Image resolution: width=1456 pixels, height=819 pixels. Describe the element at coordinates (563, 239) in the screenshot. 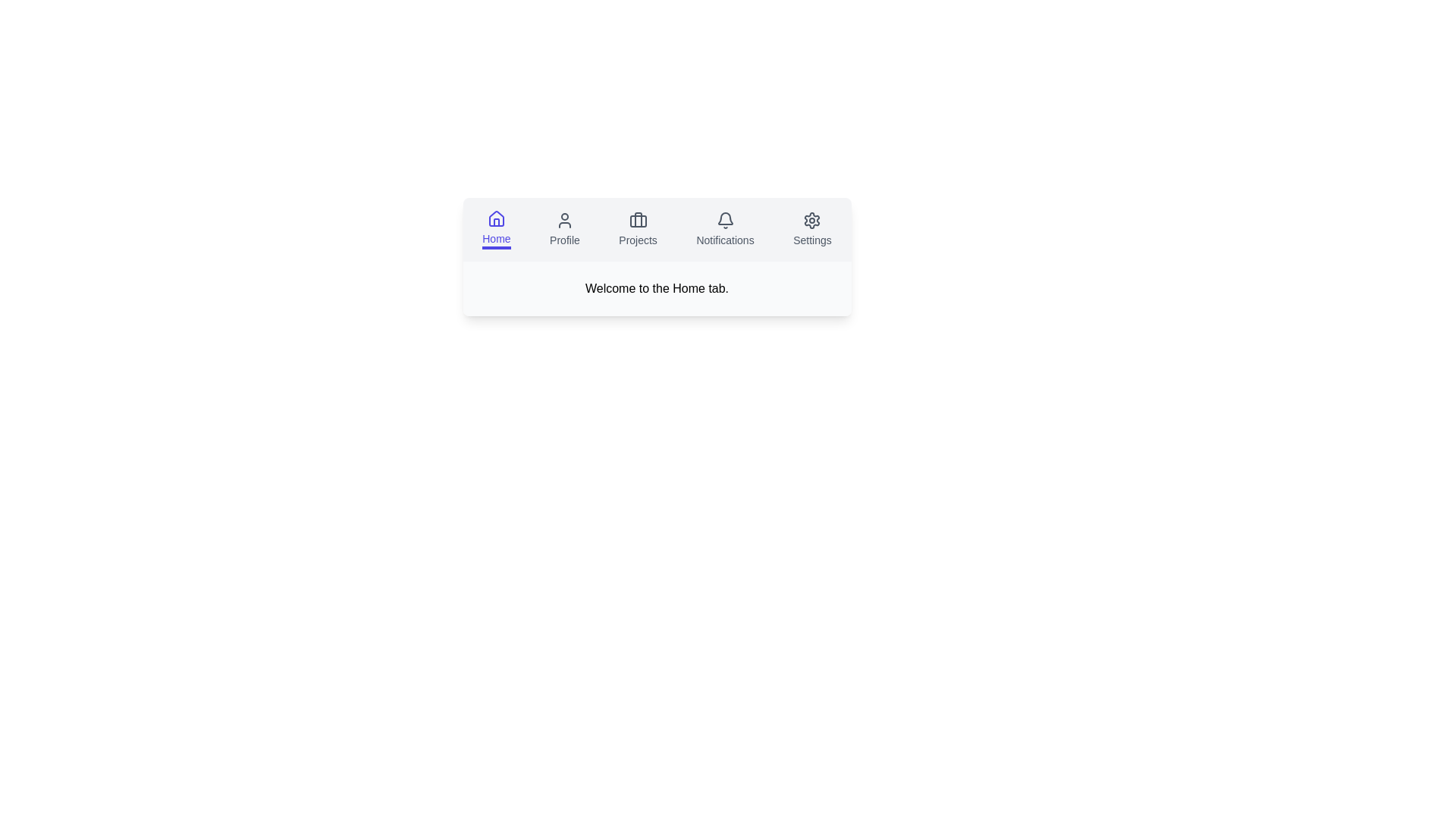

I see `text label 'Profile' located in the second item of the horizontal navigation menu, beneath the user profile icon, between 'Home' and 'Projects'` at that location.